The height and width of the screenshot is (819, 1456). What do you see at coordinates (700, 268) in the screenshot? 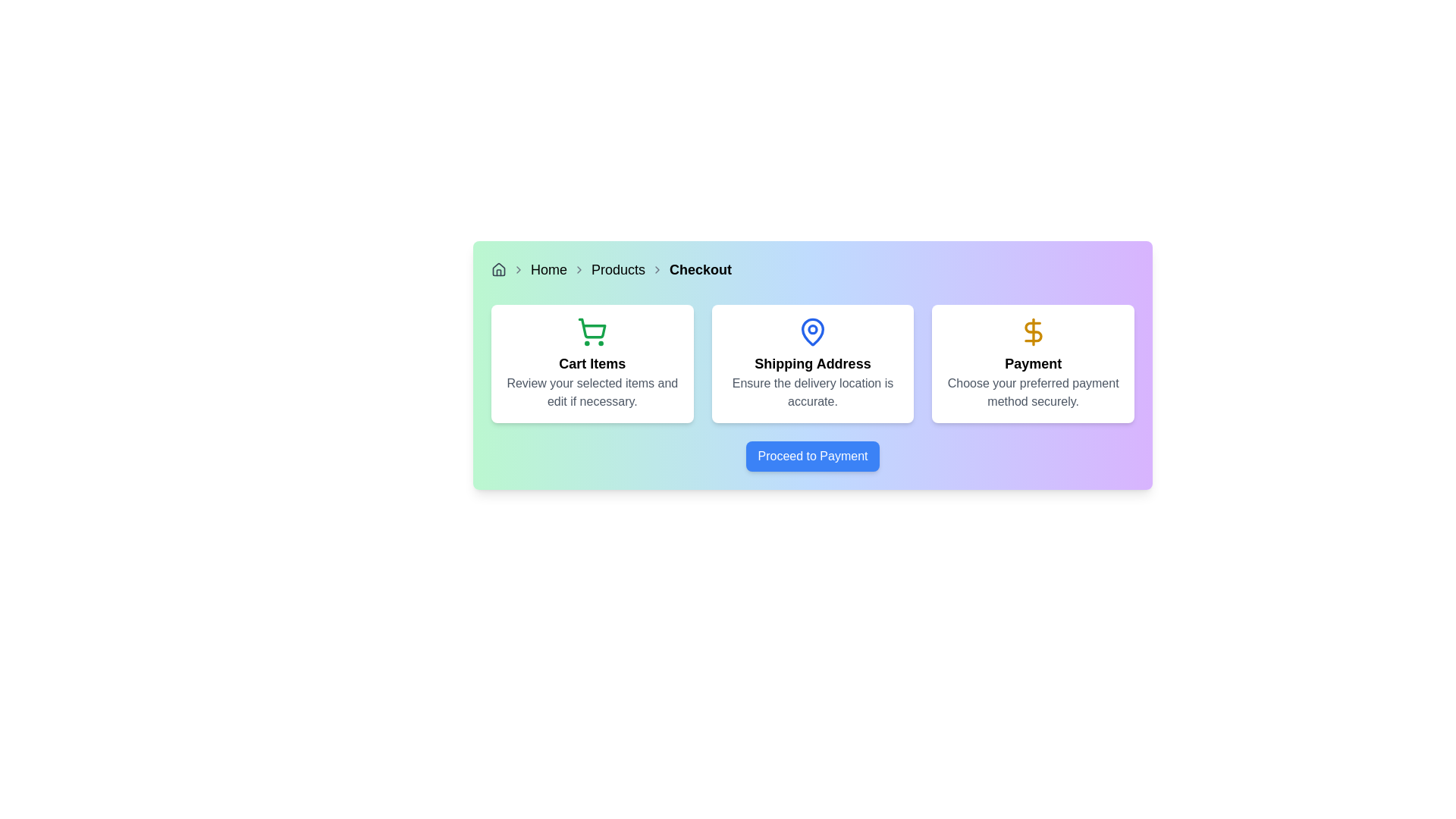
I see `the 'Checkout' text label in the breadcrumb navigation bar, which is styled with a bold font and is the final component in the sequence after 'Home' and 'Products'` at bounding box center [700, 268].